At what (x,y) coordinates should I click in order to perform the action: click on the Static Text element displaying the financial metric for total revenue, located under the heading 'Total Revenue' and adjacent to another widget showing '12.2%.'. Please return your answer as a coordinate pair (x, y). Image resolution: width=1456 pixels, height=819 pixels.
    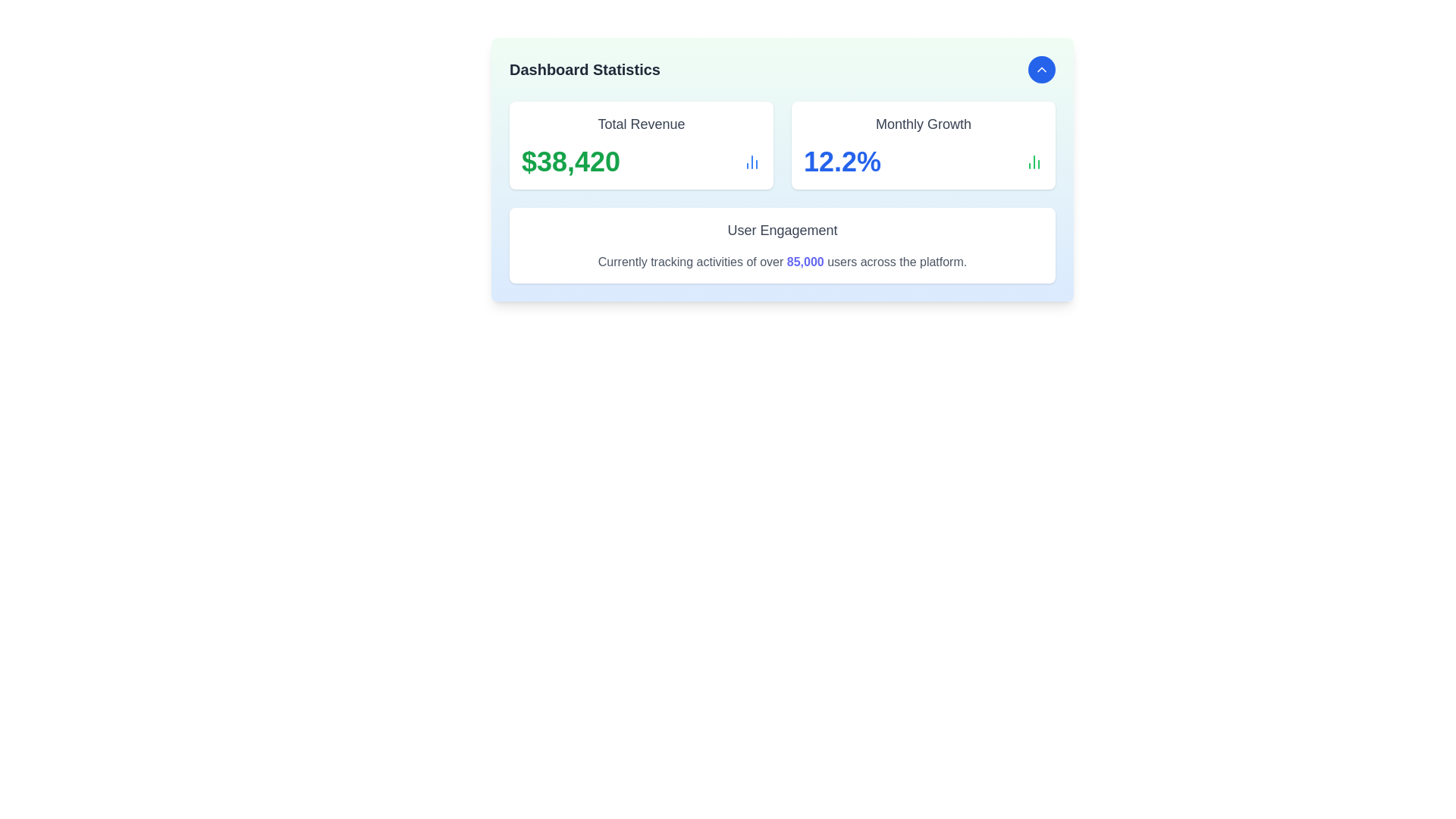
    Looking at the image, I should click on (570, 162).